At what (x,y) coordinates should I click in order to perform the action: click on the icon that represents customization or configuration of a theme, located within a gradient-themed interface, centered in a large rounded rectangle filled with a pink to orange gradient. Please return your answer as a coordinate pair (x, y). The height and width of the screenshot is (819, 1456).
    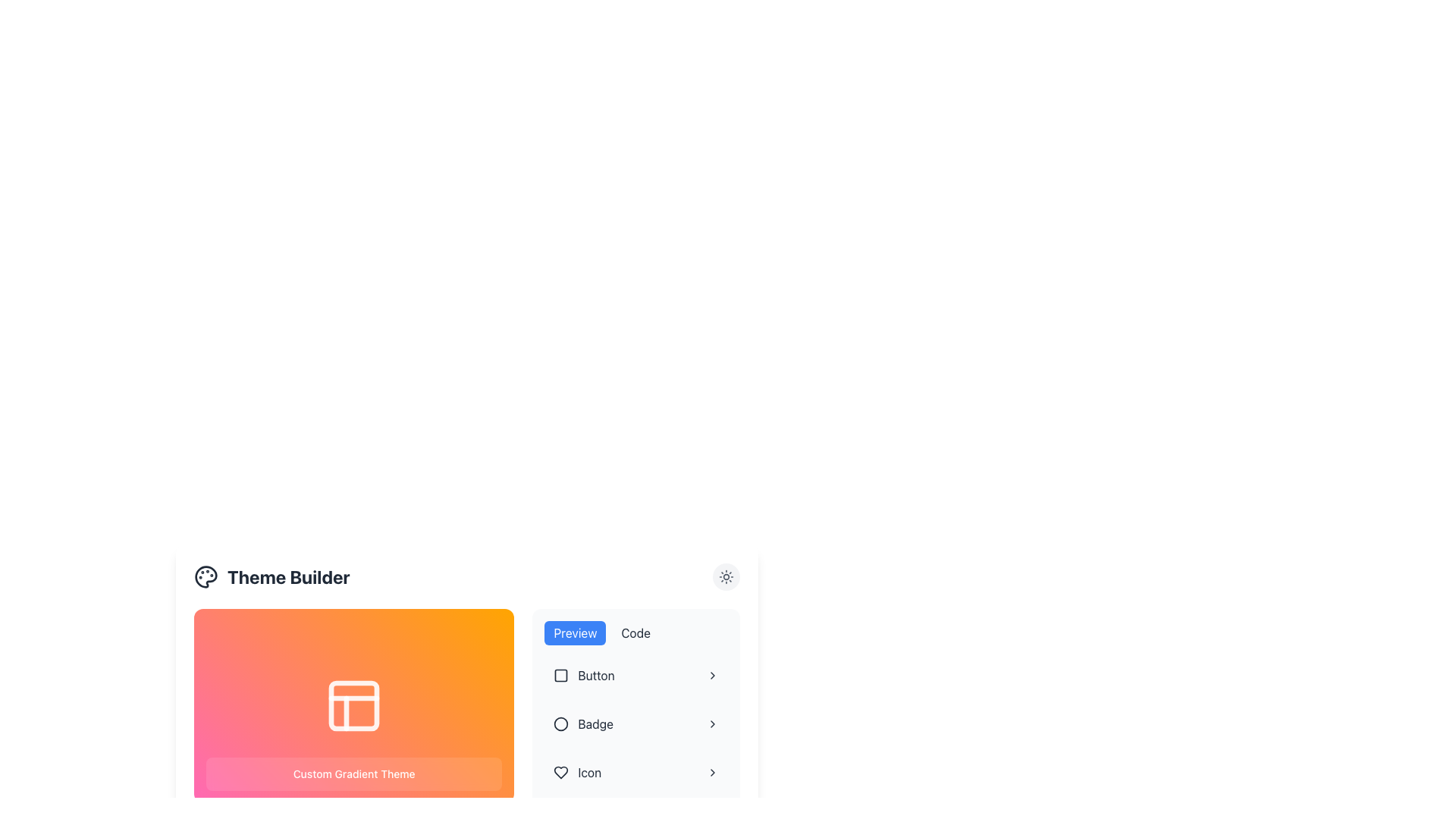
    Looking at the image, I should click on (353, 705).